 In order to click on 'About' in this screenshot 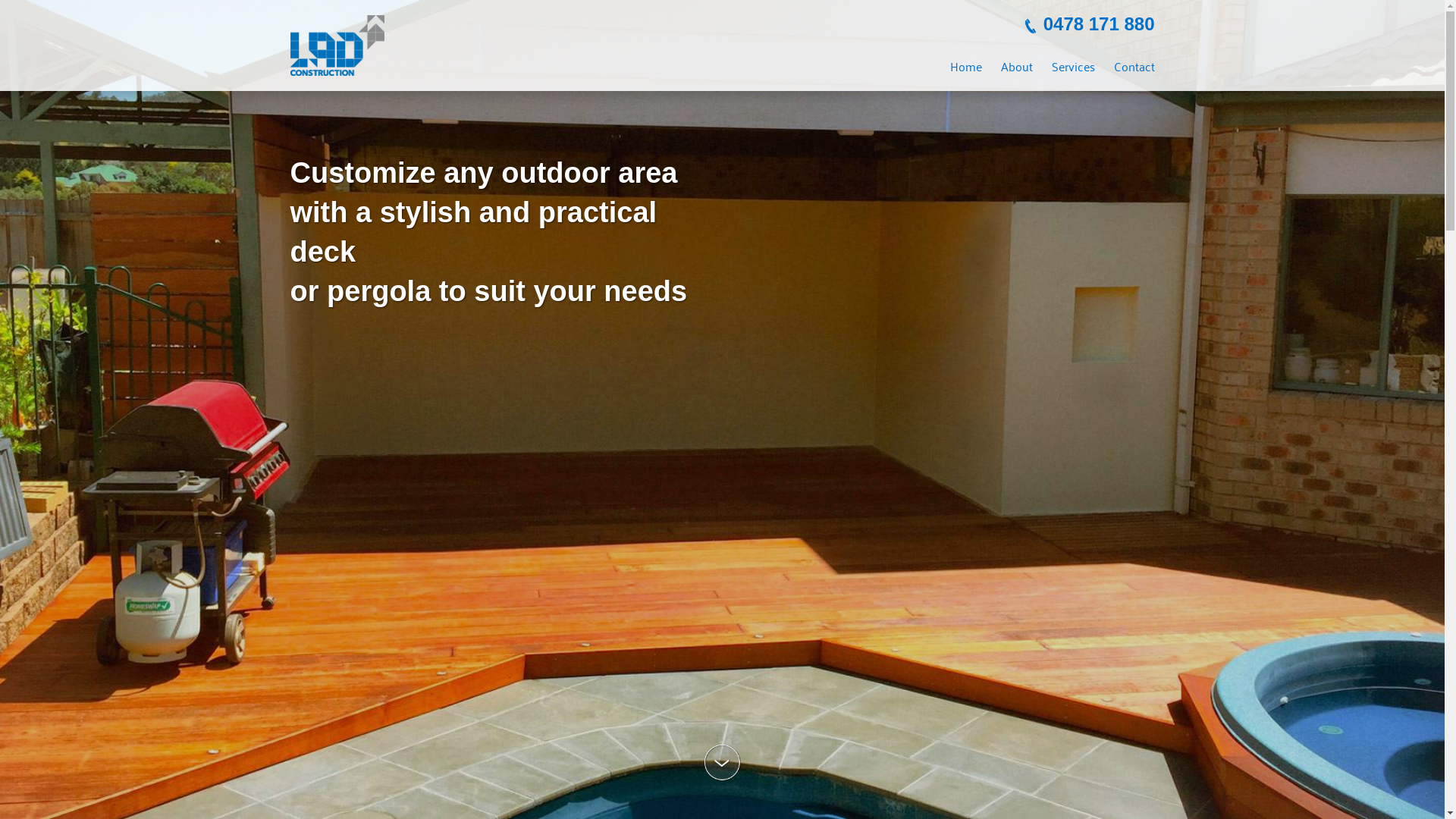, I will do `click(1016, 65)`.